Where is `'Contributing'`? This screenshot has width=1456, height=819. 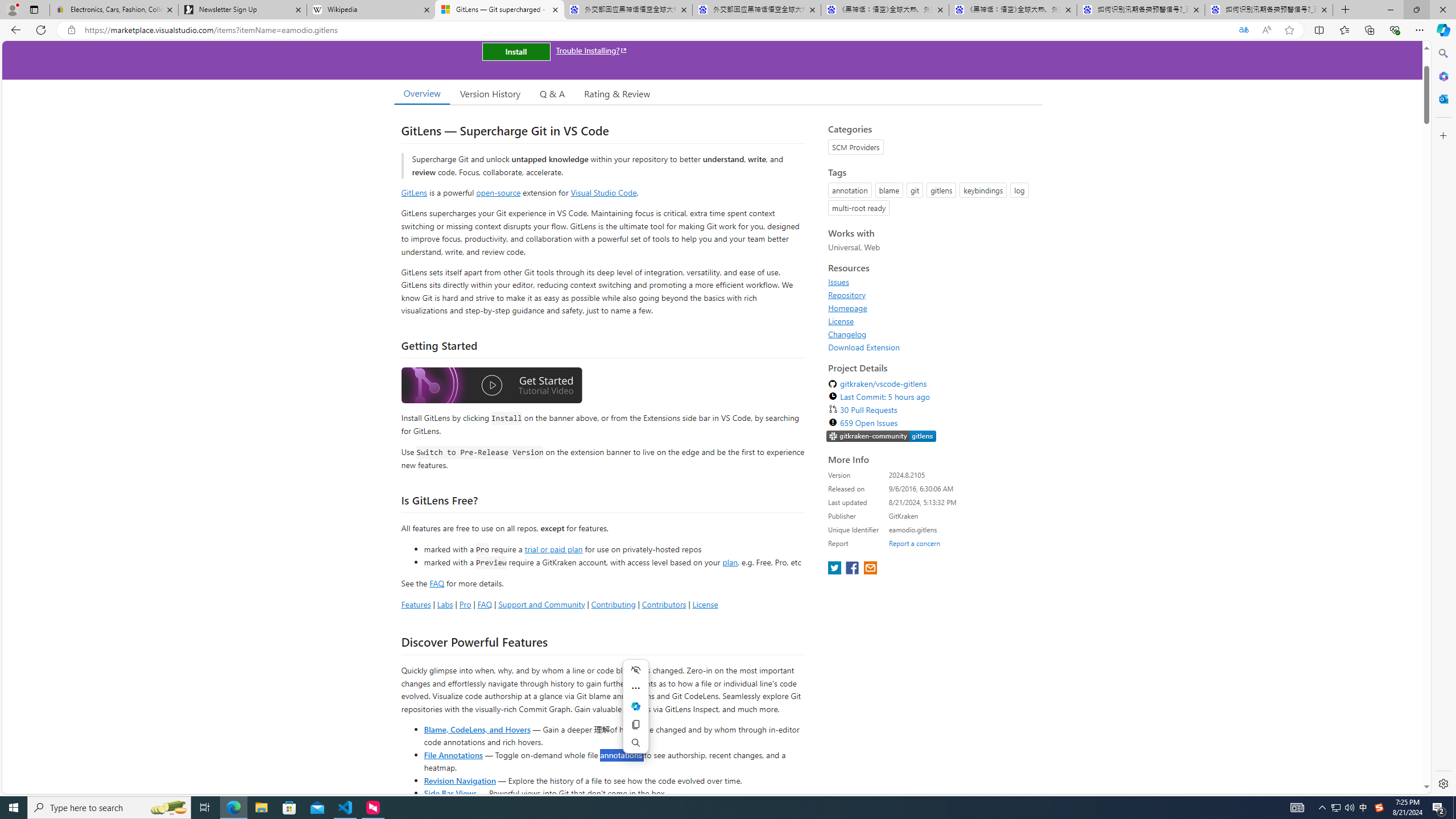 'Contributing' is located at coordinates (614, 603).